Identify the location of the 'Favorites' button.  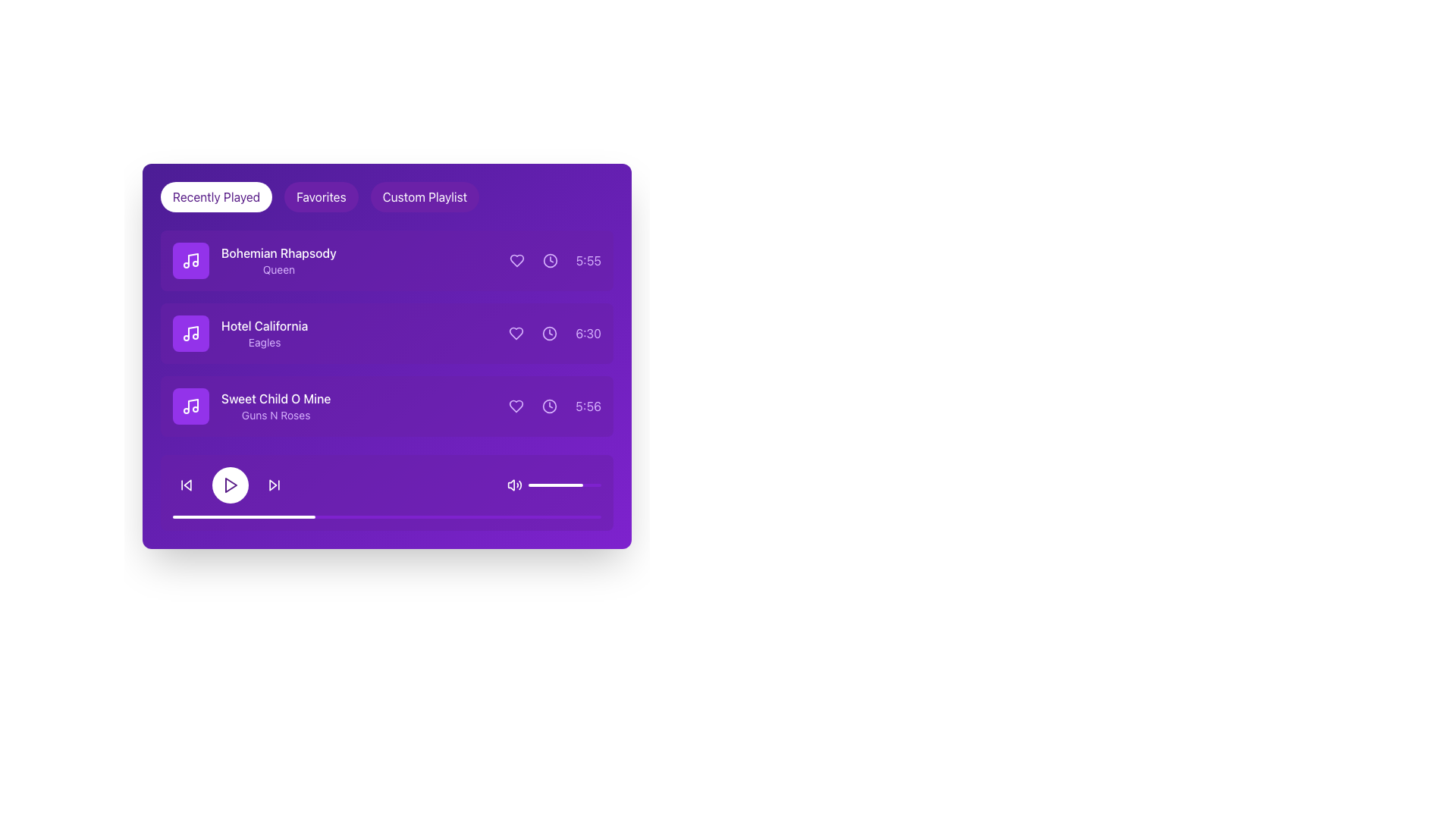
(320, 196).